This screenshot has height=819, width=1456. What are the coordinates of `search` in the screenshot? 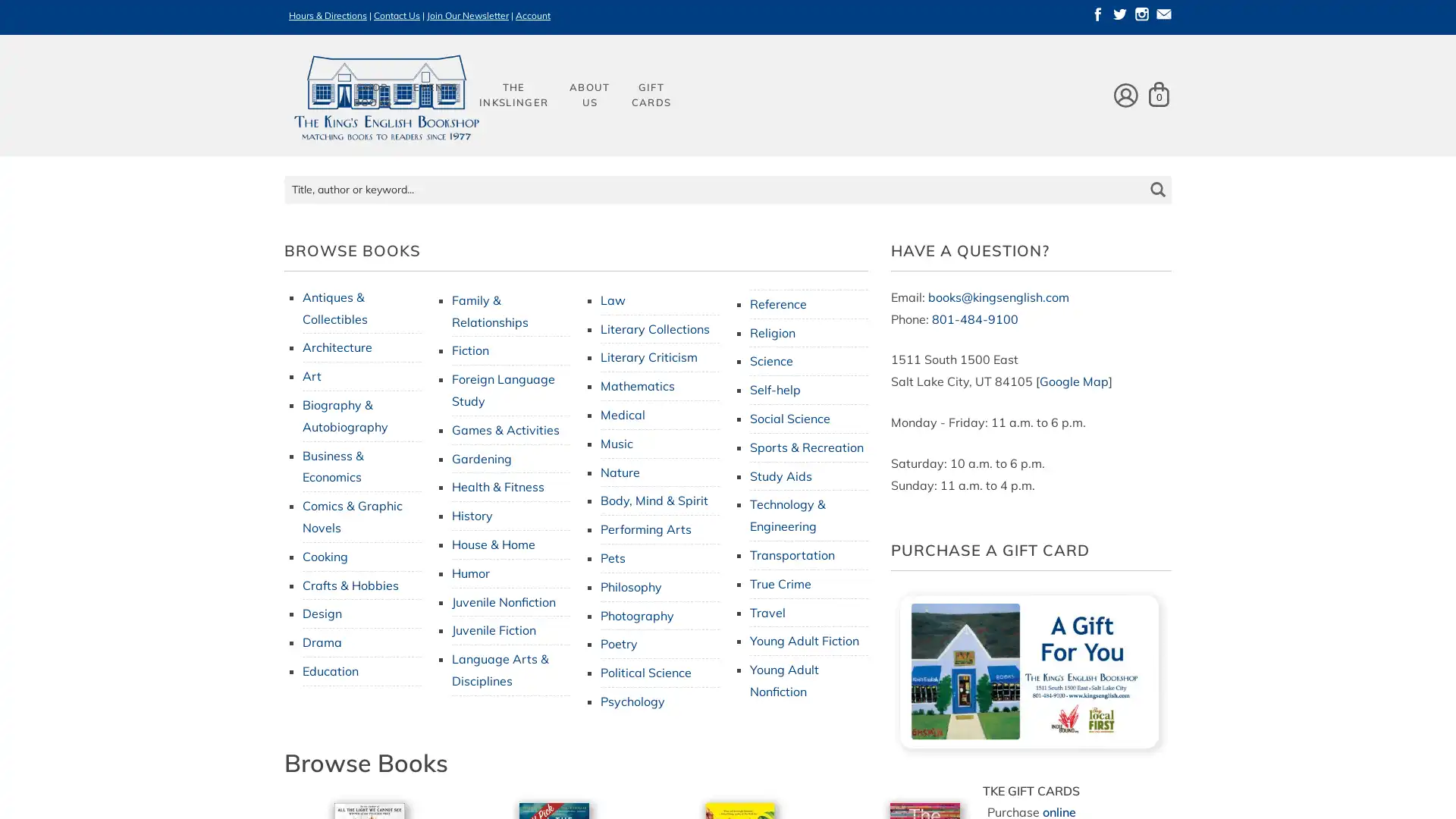 It's located at (1156, 177).